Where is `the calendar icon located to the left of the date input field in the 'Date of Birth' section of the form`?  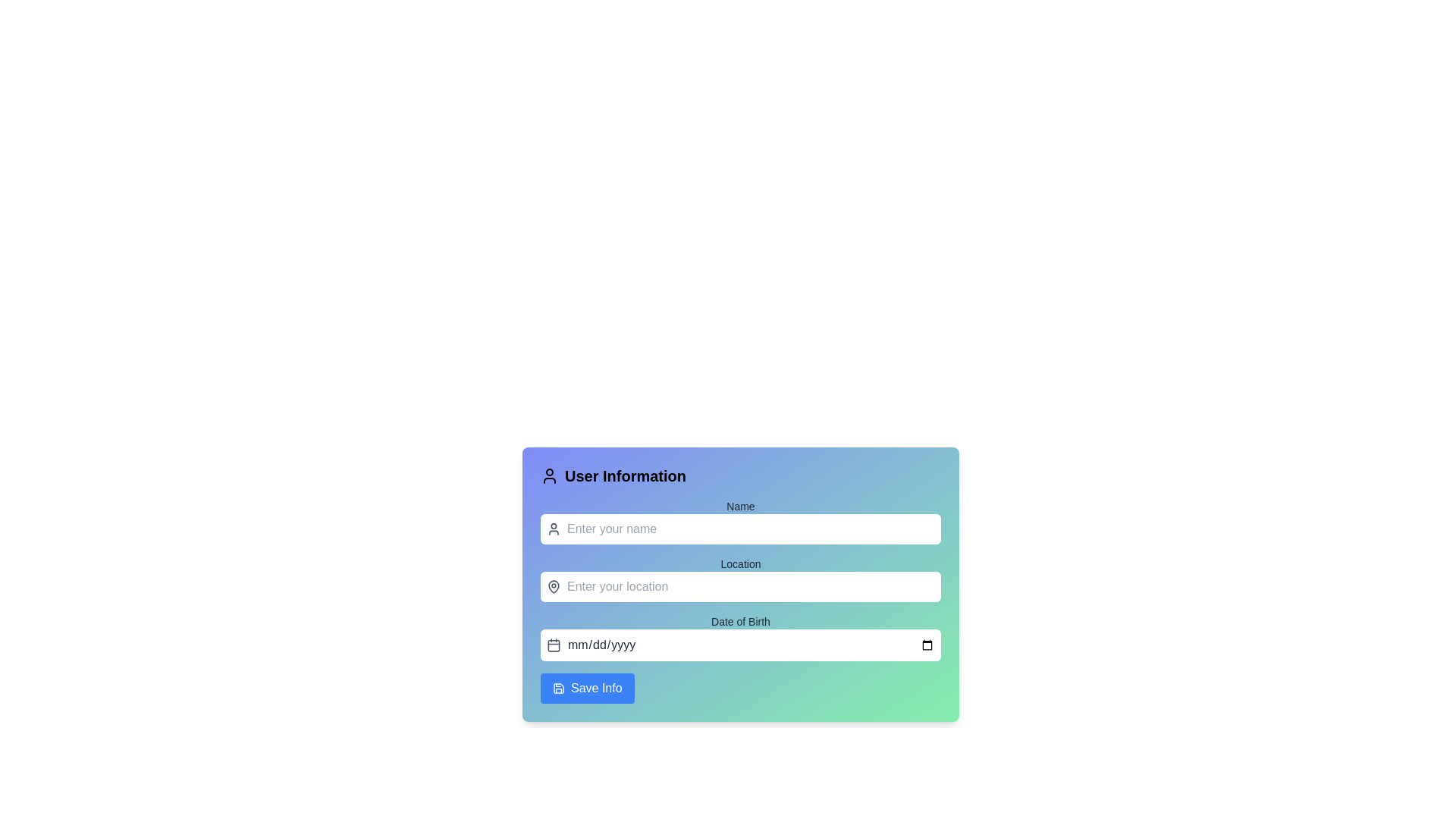 the calendar icon located to the left of the date input field in the 'Date of Birth' section of the form is located at coordinates (553, 645).